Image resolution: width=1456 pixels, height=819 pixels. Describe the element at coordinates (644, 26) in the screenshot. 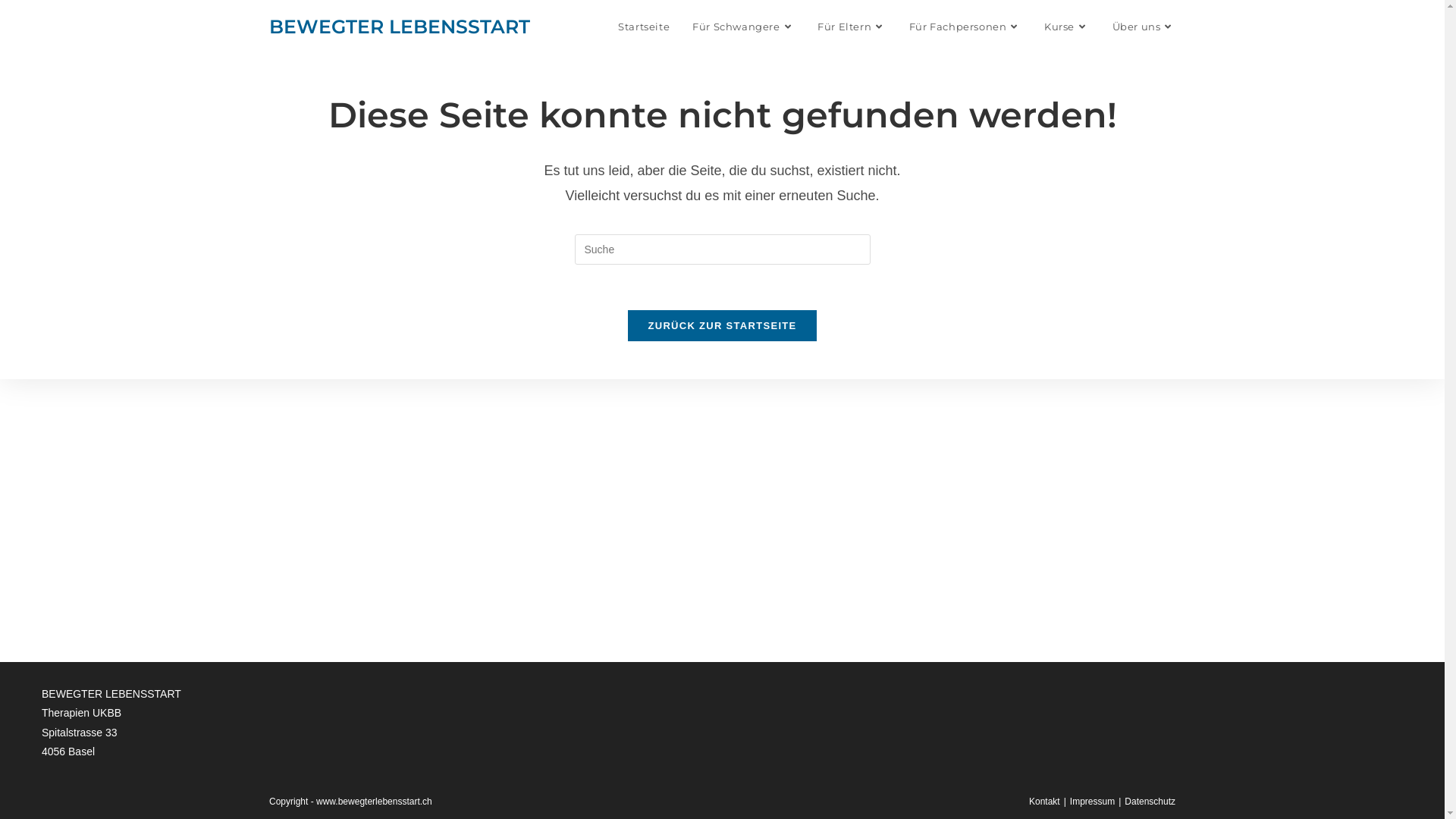

I see `'Startseite'` at that location.